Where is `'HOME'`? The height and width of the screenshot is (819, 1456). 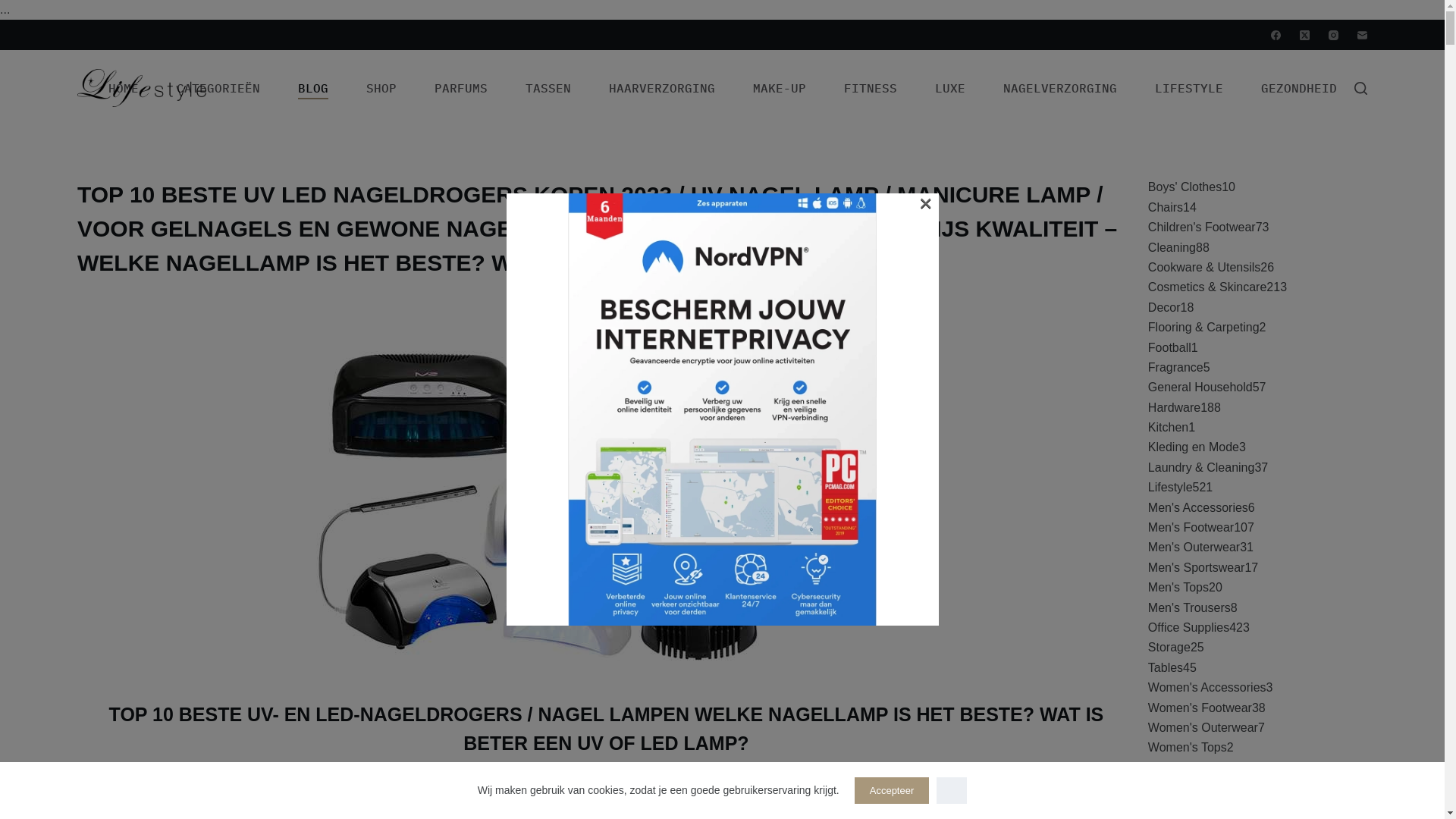
'HOME' is located at coordinates (124, 87).